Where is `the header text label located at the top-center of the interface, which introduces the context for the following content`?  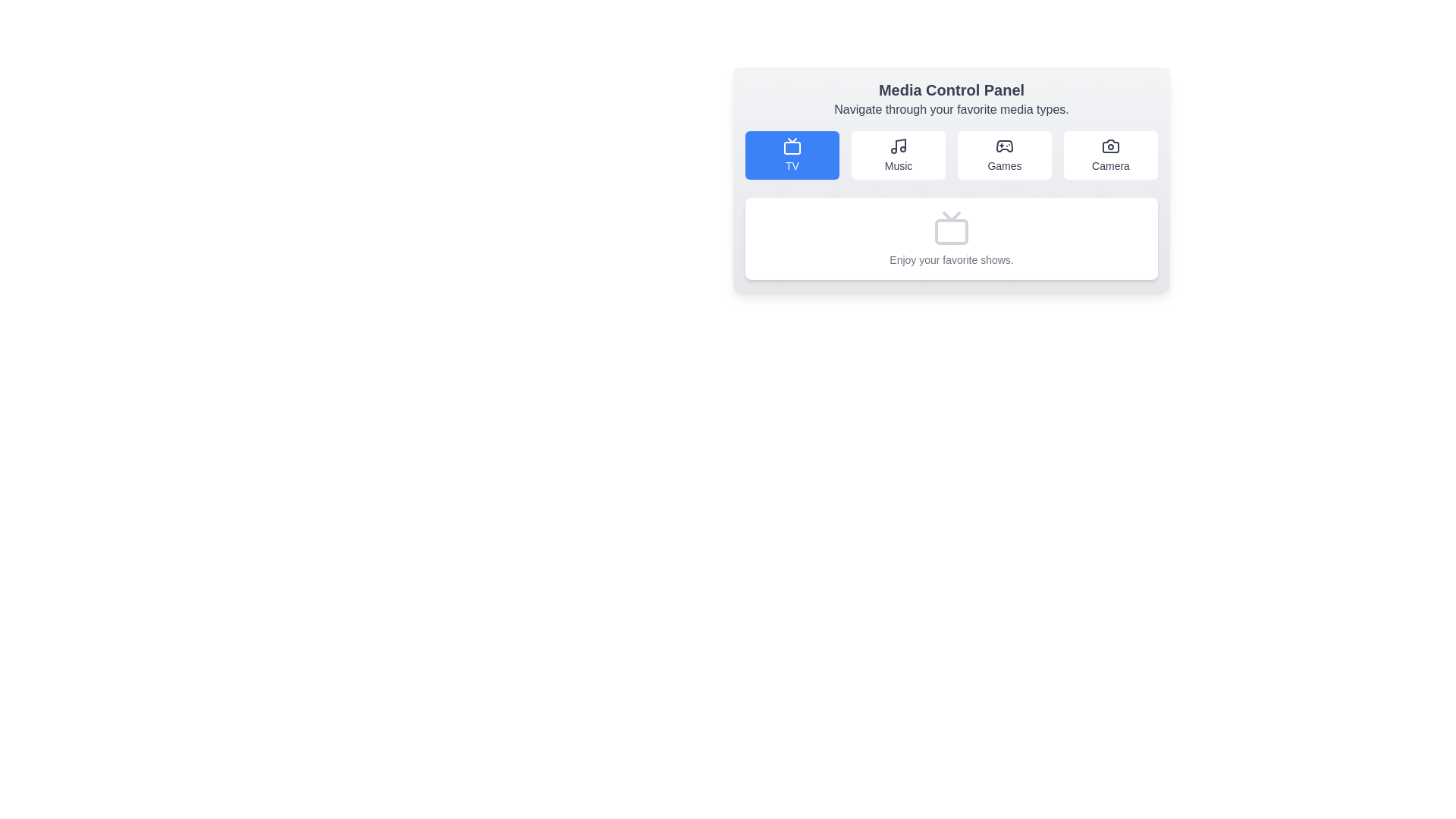
the header text label located at the top-center of the interface, which introduces the context for the following content is located at coordinates (950, 90).